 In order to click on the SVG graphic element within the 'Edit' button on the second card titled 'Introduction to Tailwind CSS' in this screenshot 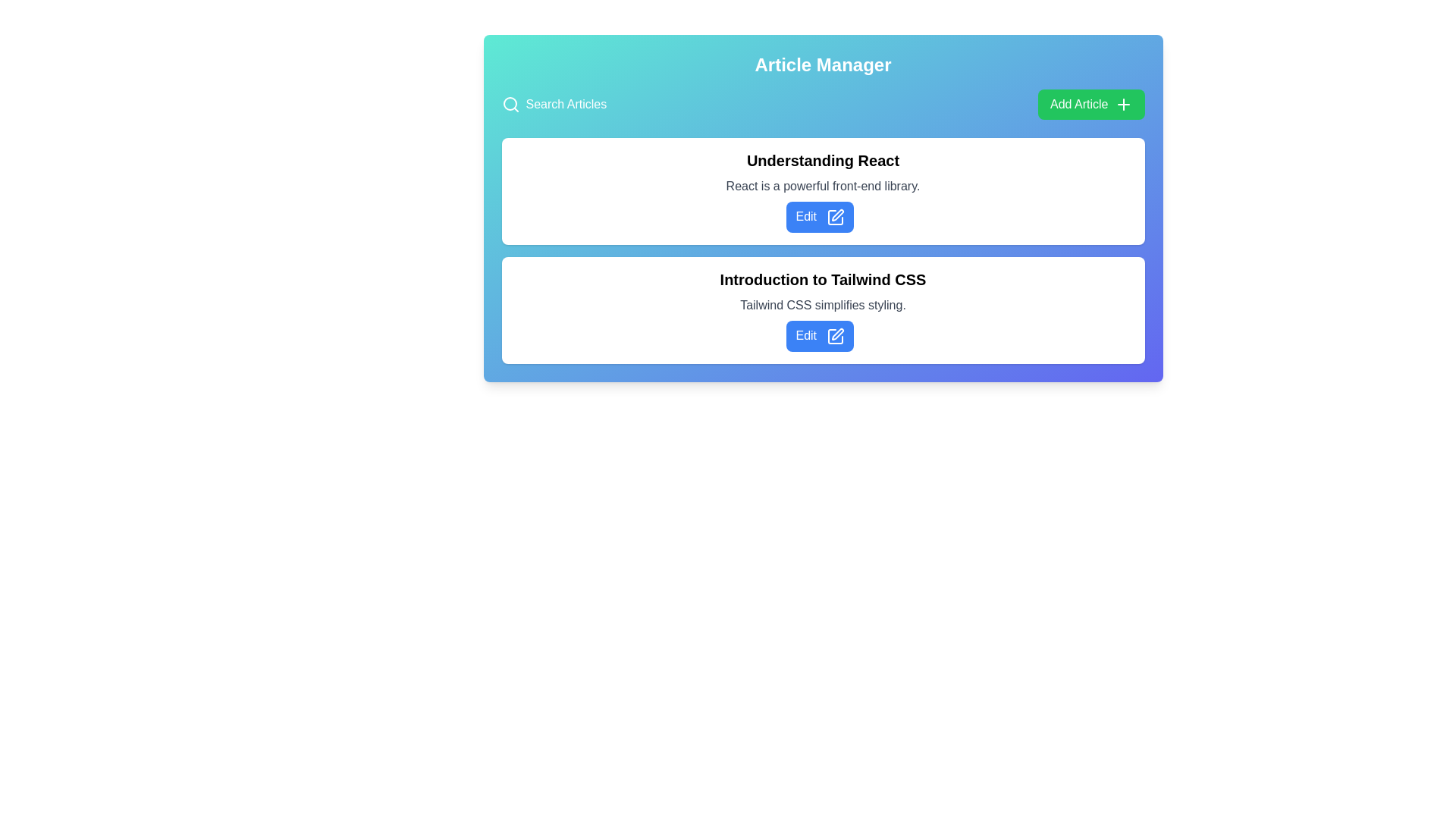, I will do `click(834, 335)`.